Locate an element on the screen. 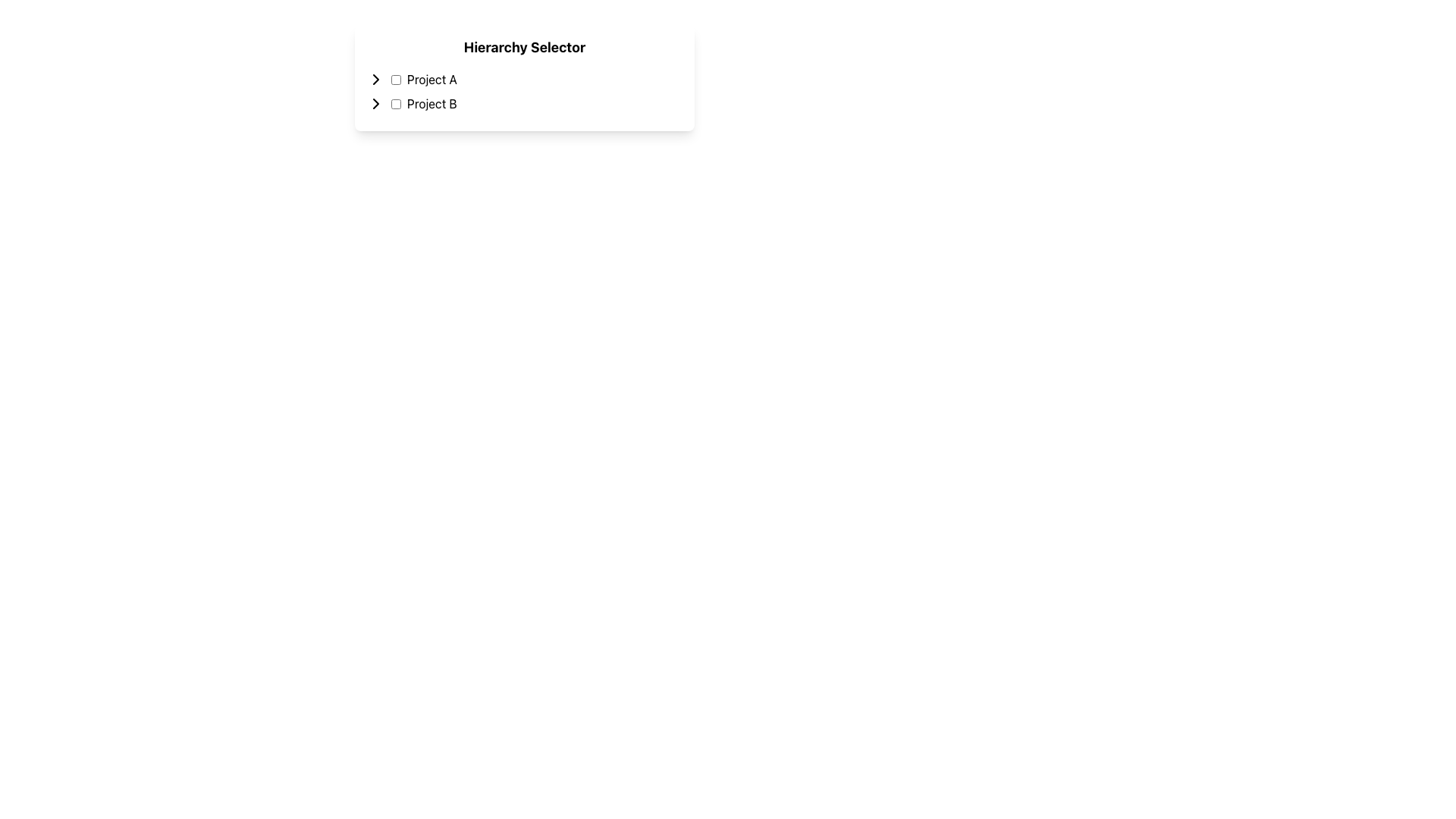 Image resolution: width=1456 pixels, height=819 pixels. the small rightward-pointing chevron icon is located at coordinates (375, 103).